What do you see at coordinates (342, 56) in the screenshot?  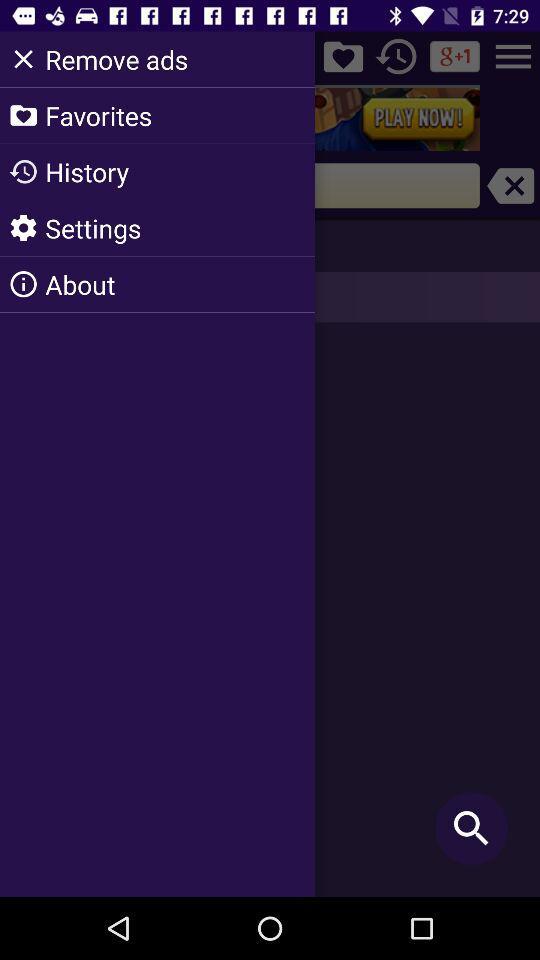 I see `the icon right to remove ads` at bounding box center [342, 56].